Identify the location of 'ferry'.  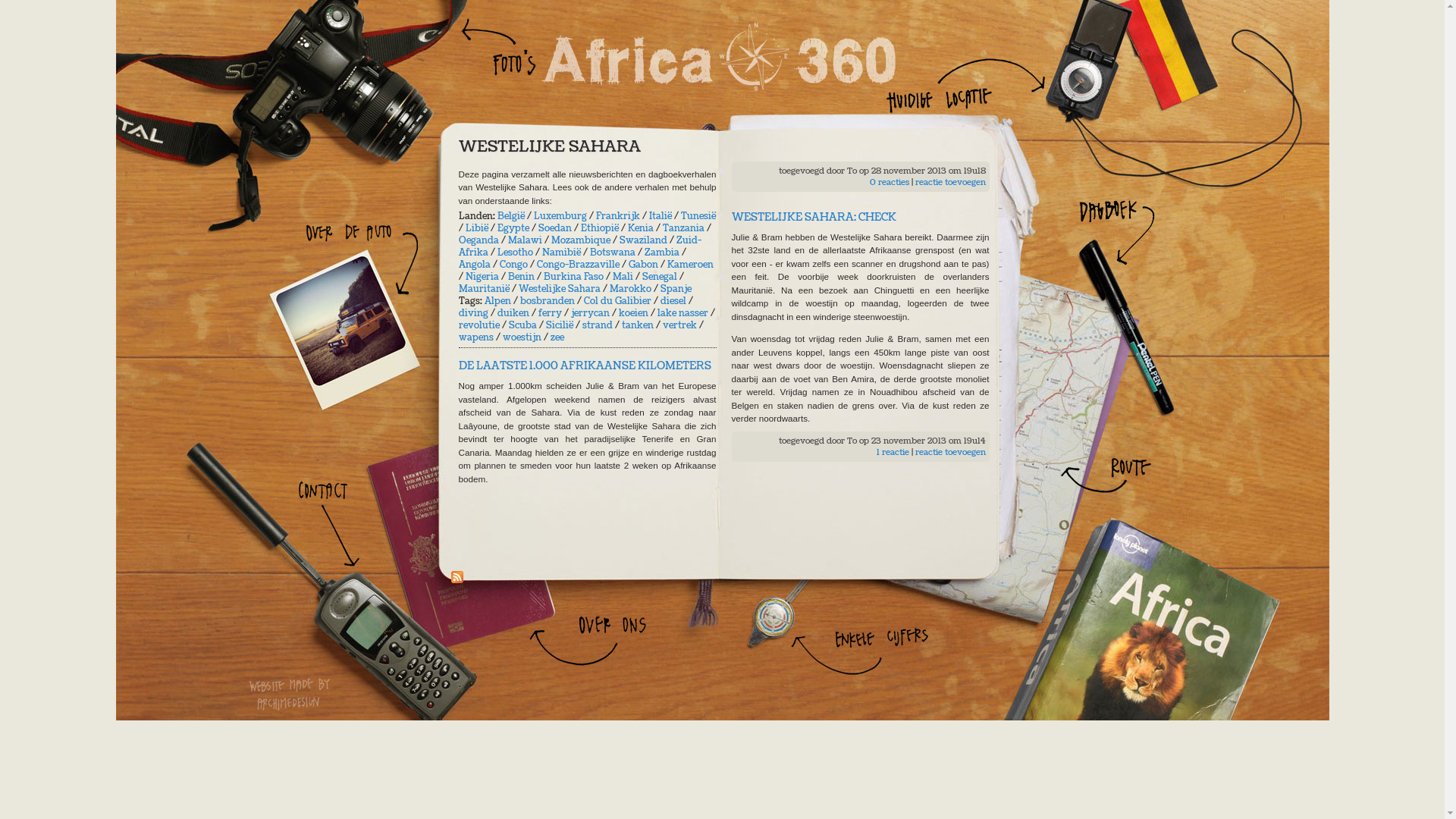
(549, 312).